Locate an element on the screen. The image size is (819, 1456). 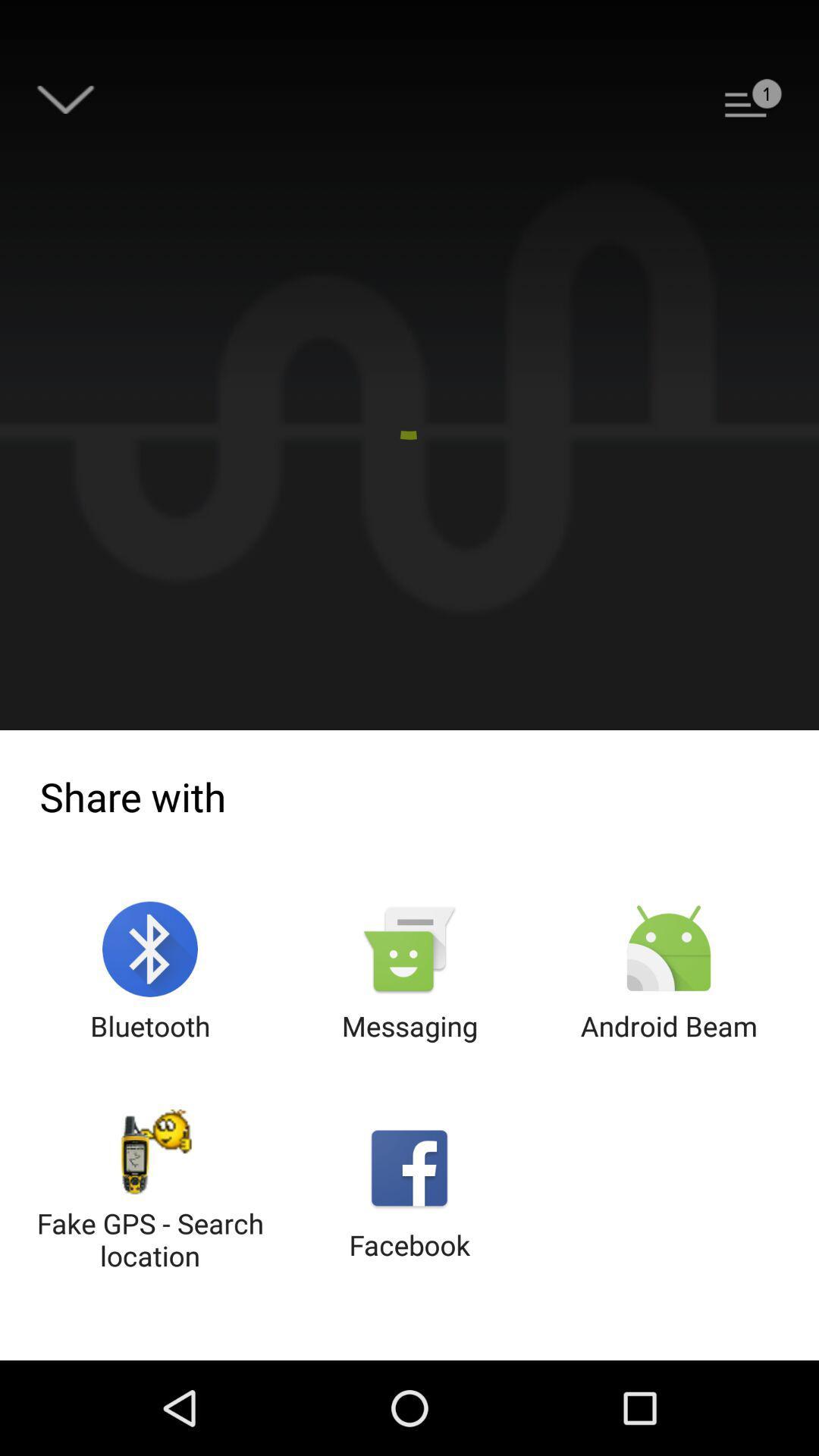
the bluetooth is located at coordinates (150, 973).